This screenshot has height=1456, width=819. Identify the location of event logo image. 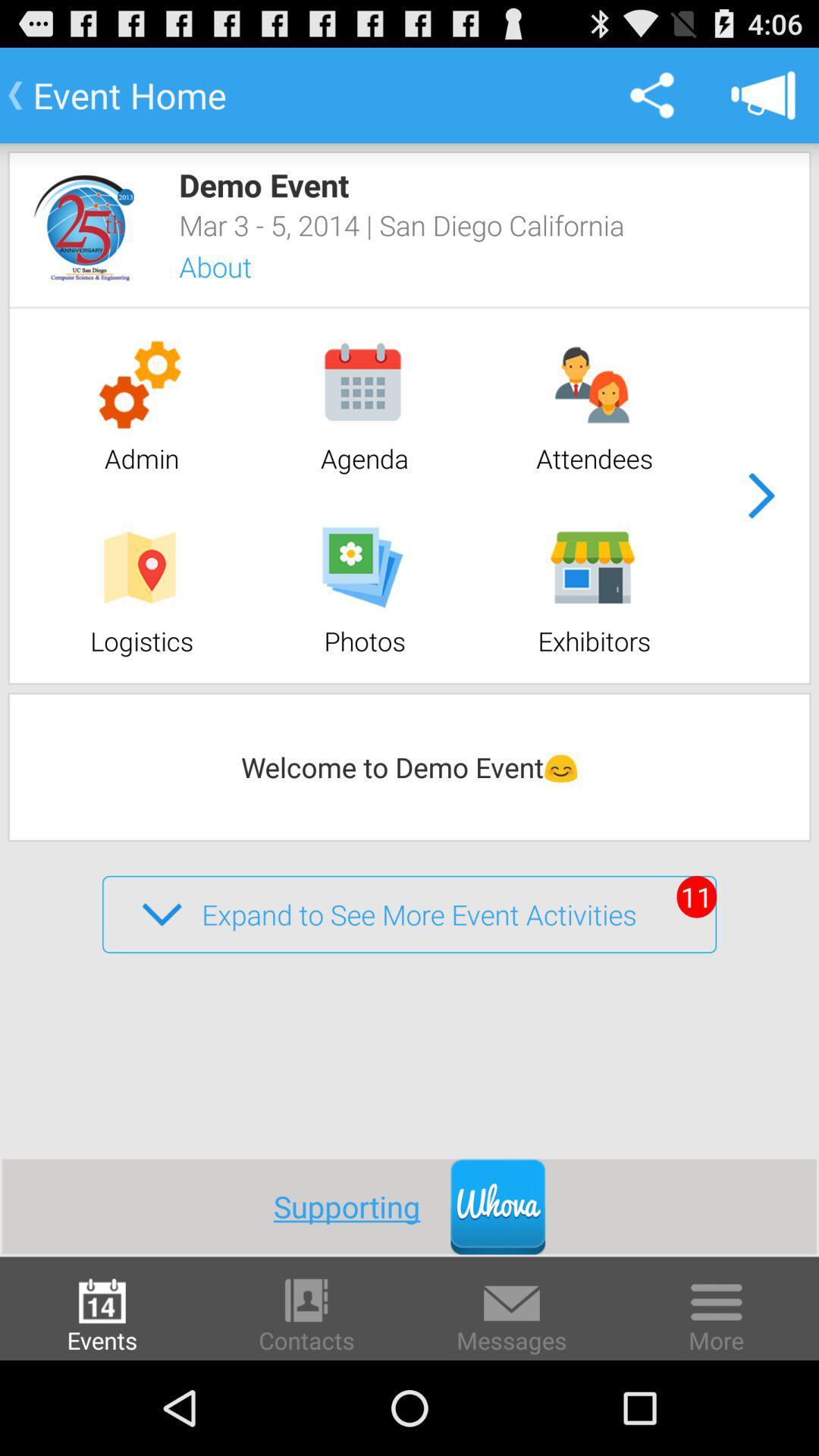
(84, 227).